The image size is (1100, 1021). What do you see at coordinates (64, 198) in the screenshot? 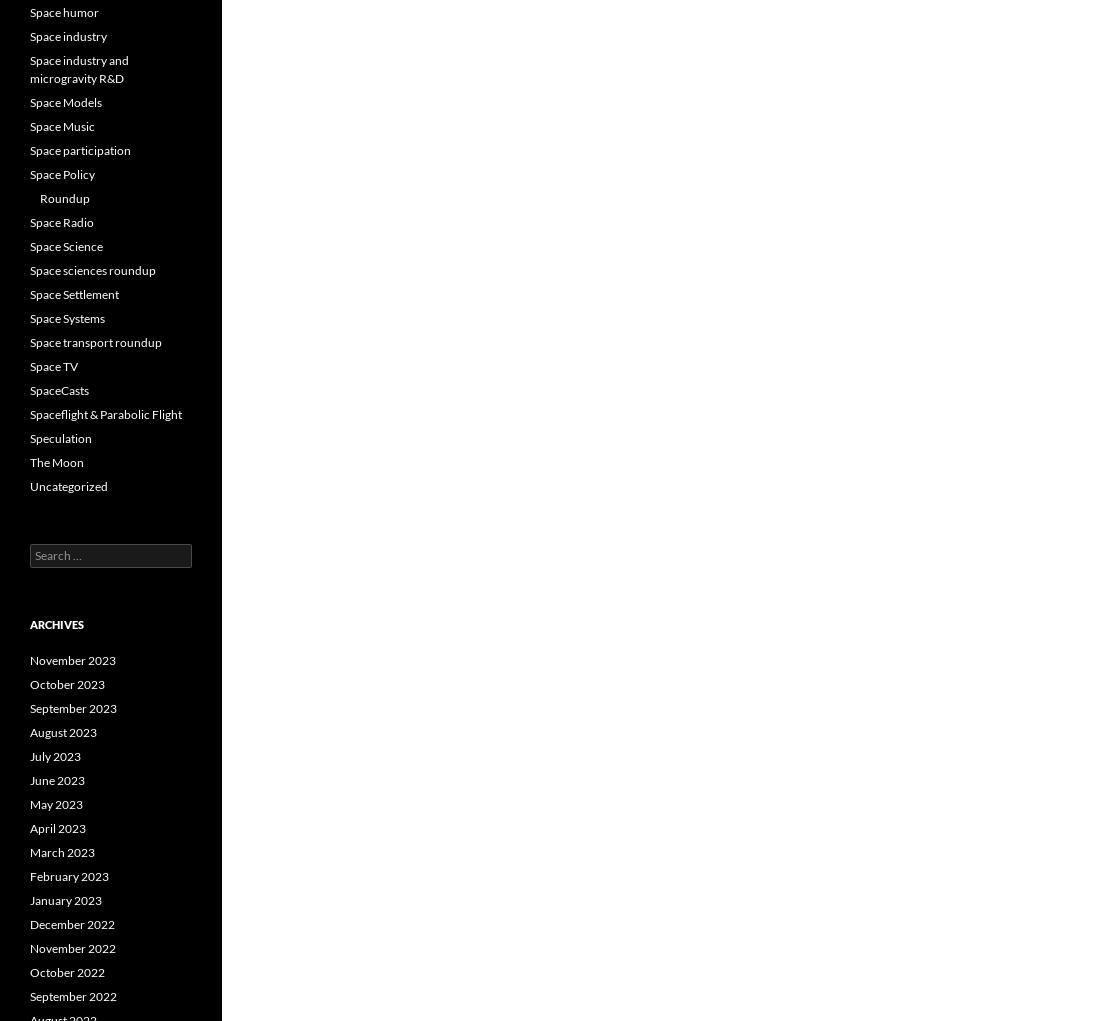
I see `'Roundup'` at bounding box center [64, 198].